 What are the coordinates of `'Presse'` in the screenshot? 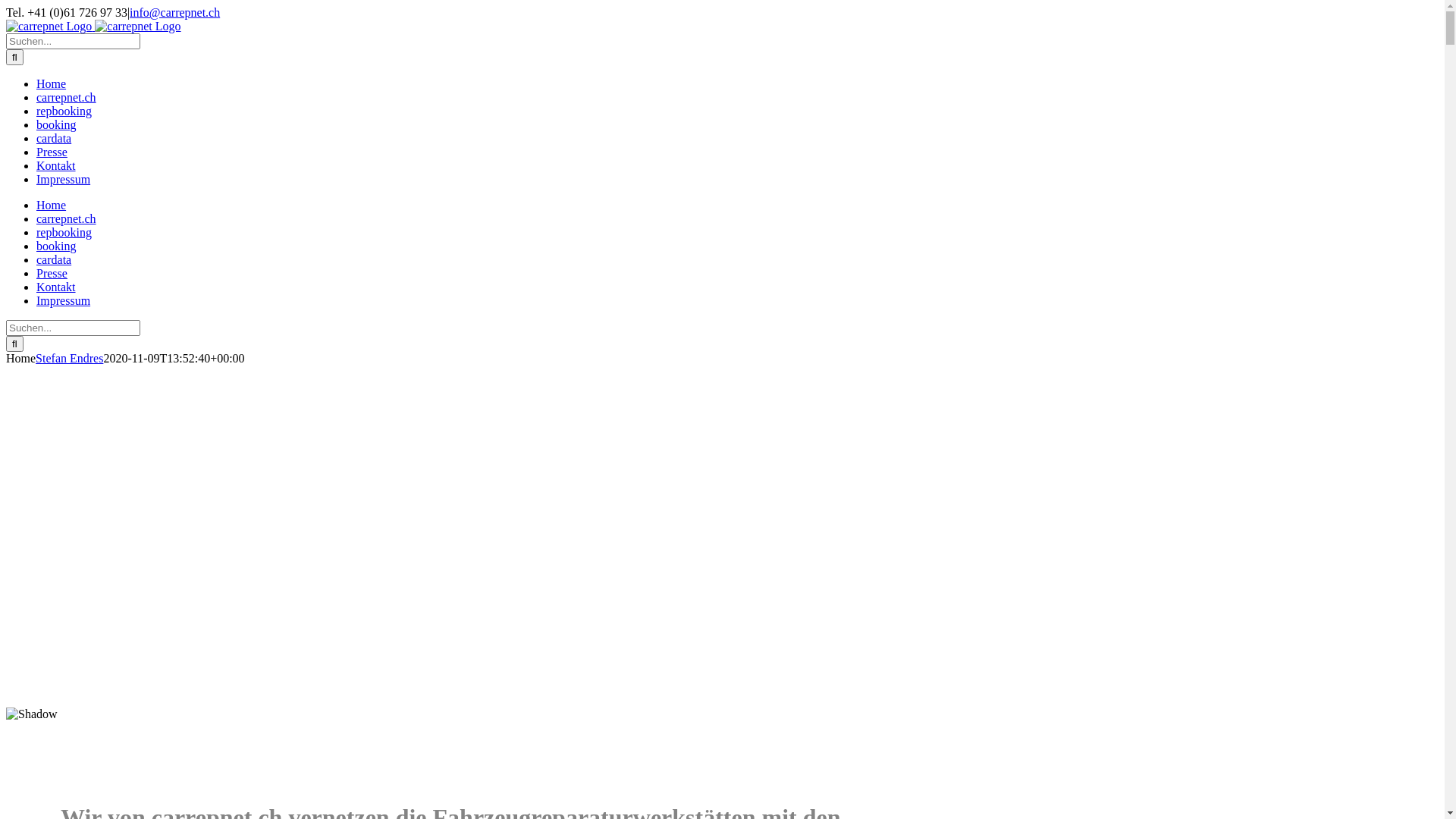 It's located at (36, 152).